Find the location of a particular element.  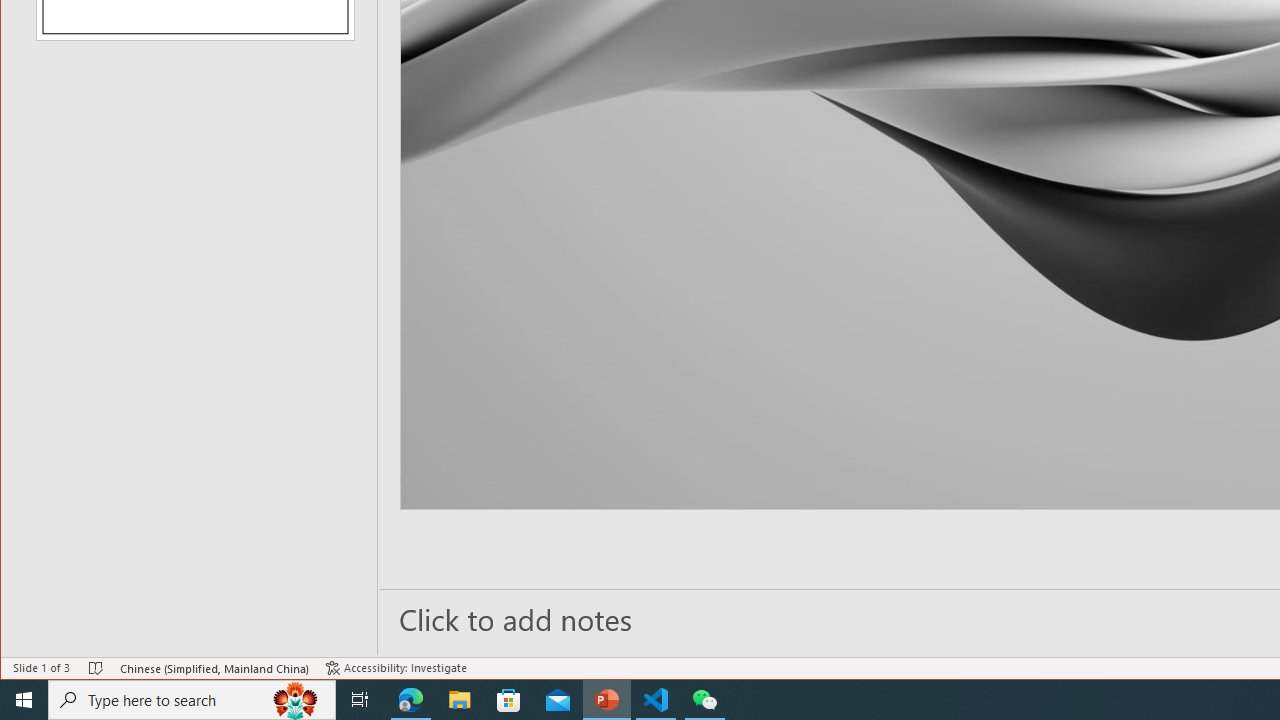

'Start' is located at coordinates (24, 698).